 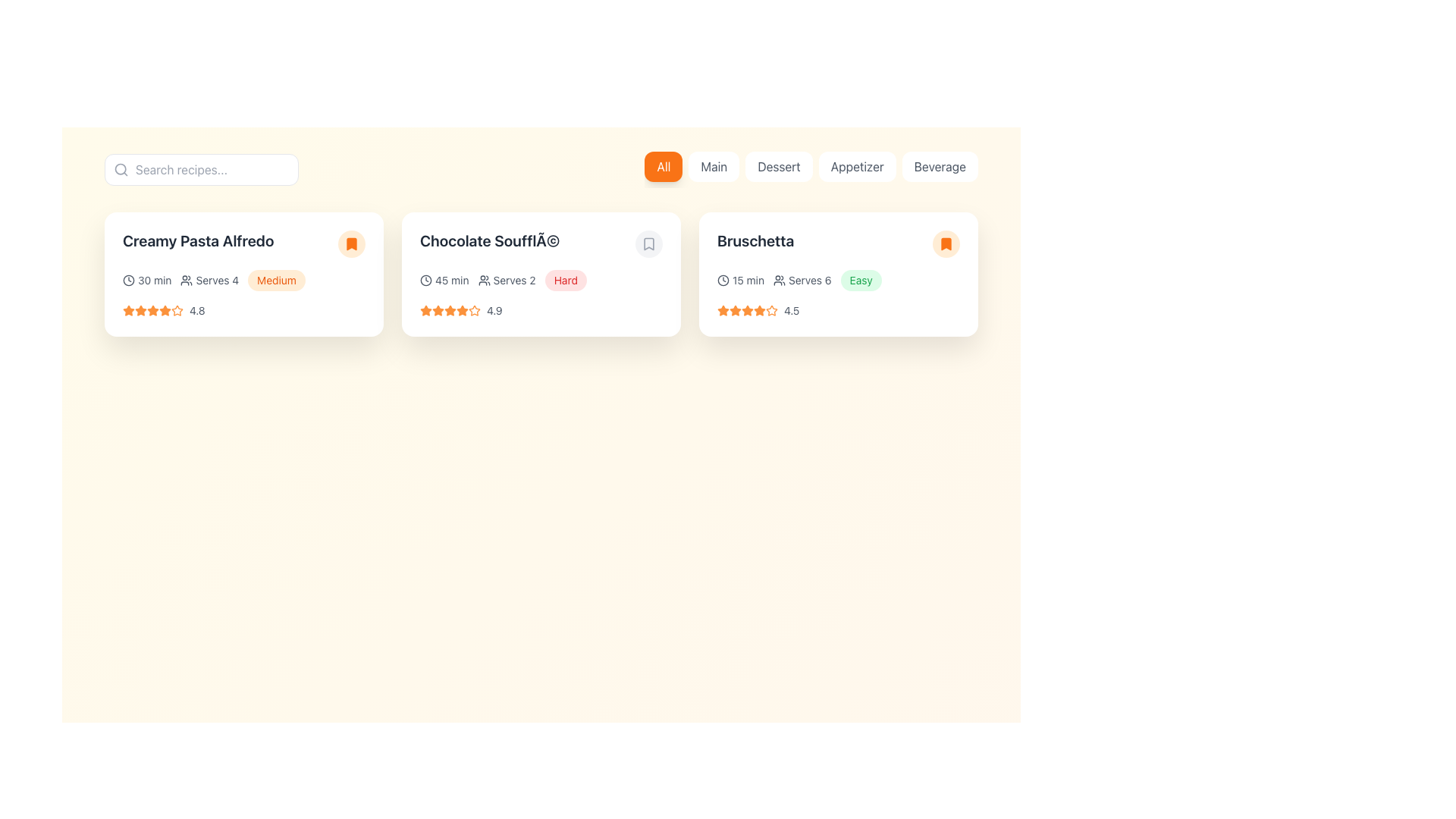 What do you see at coordinates (723, 281) in the screenshot?
I see `the gray clock icon within the 'Bruschetta' card, which is located to the left of the 'Serves 6' text and near the '15 min' text` at bounding box center [723, 281].